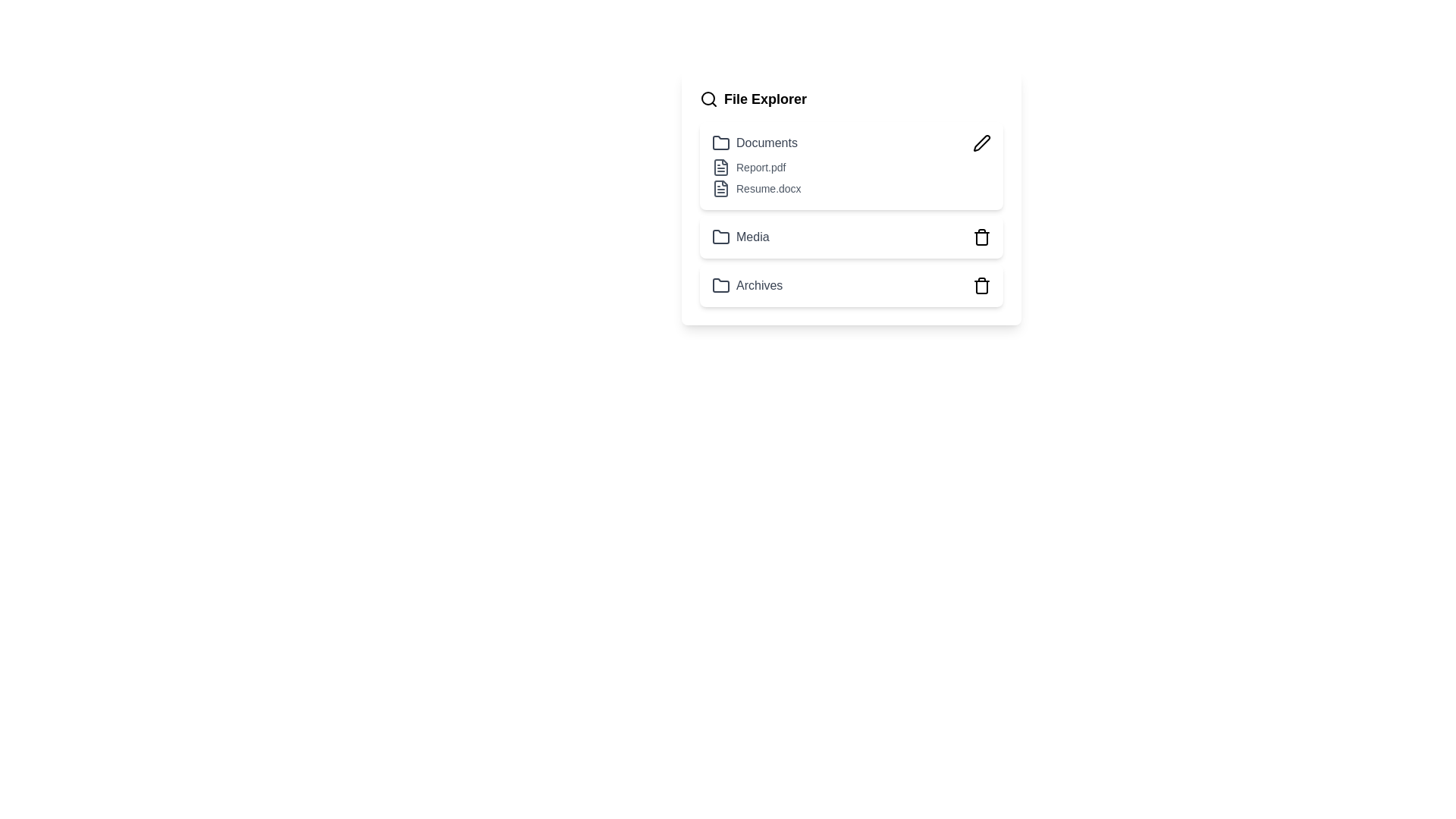 The height and width of the screenshot is (819, 1456). Describe the element at coordinates (852, 177) in the screenshot. I see `the filename 'Report.pdf' in the Documents section of the File Explorer` at that location.